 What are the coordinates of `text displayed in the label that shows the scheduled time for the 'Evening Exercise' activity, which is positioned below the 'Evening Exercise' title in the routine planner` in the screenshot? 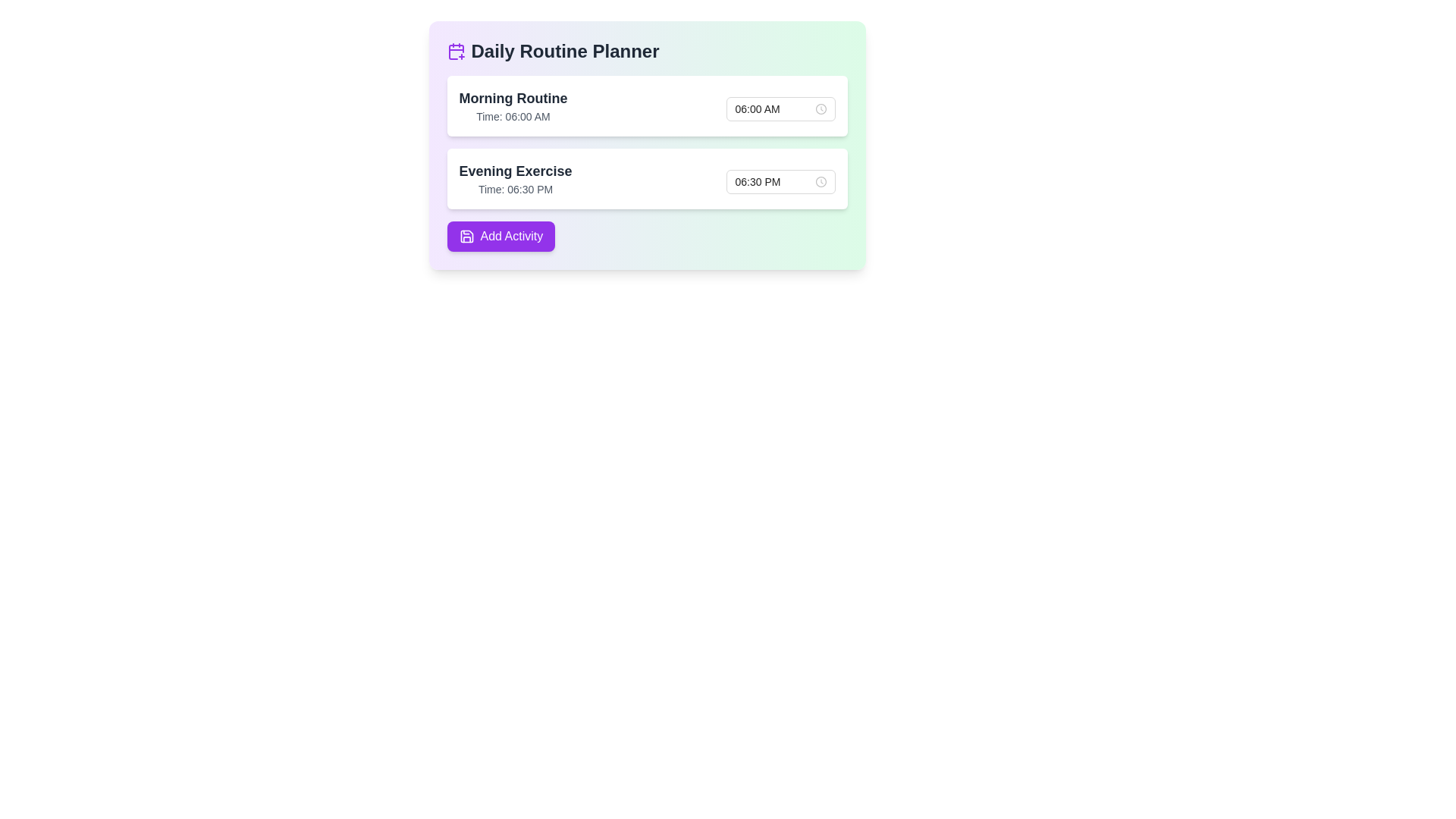 It's located at (516, 189).